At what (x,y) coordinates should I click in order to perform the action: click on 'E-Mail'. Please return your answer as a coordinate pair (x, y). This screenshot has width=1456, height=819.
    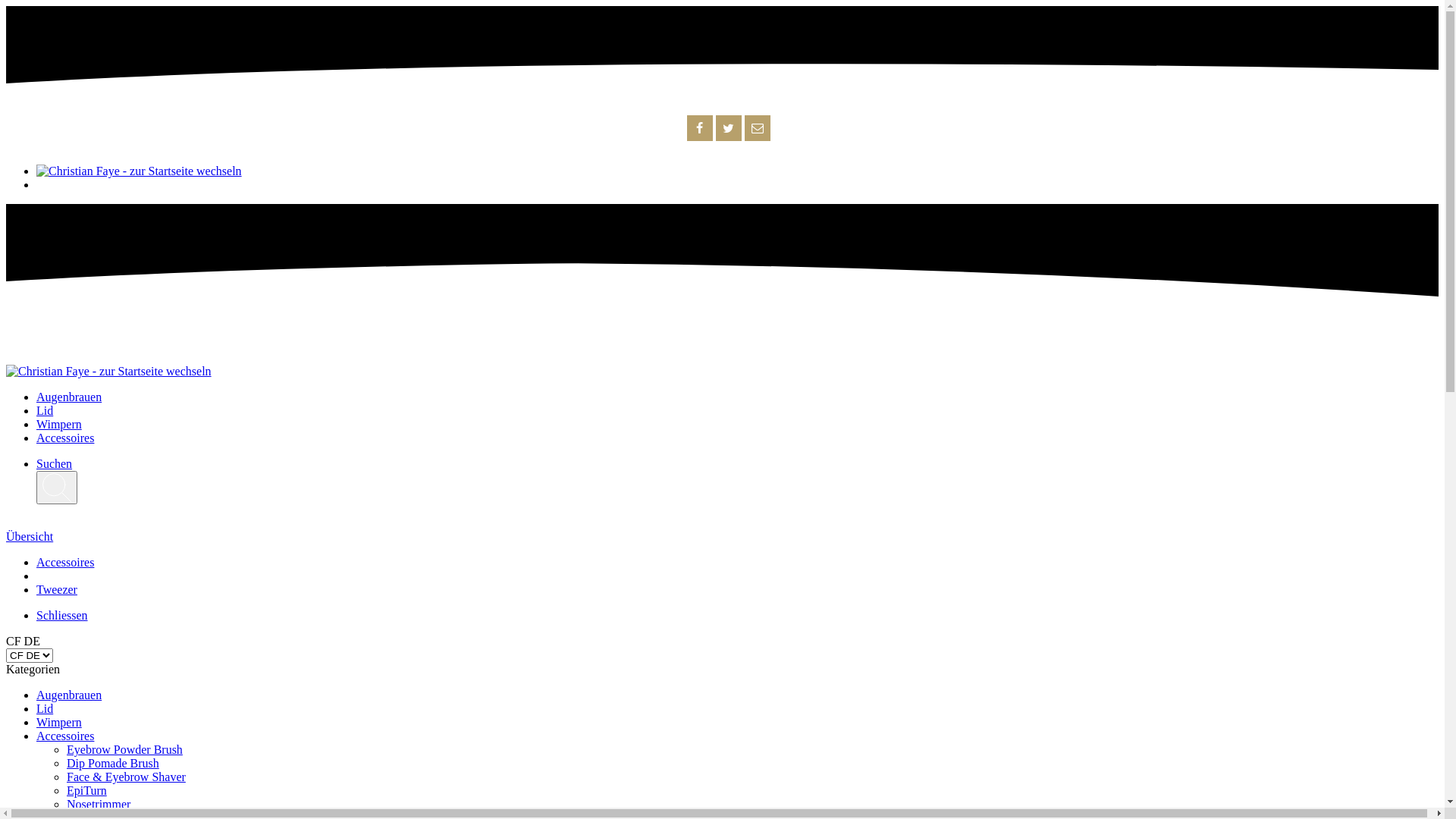
    Looking at the image, I should click on (757, 127).